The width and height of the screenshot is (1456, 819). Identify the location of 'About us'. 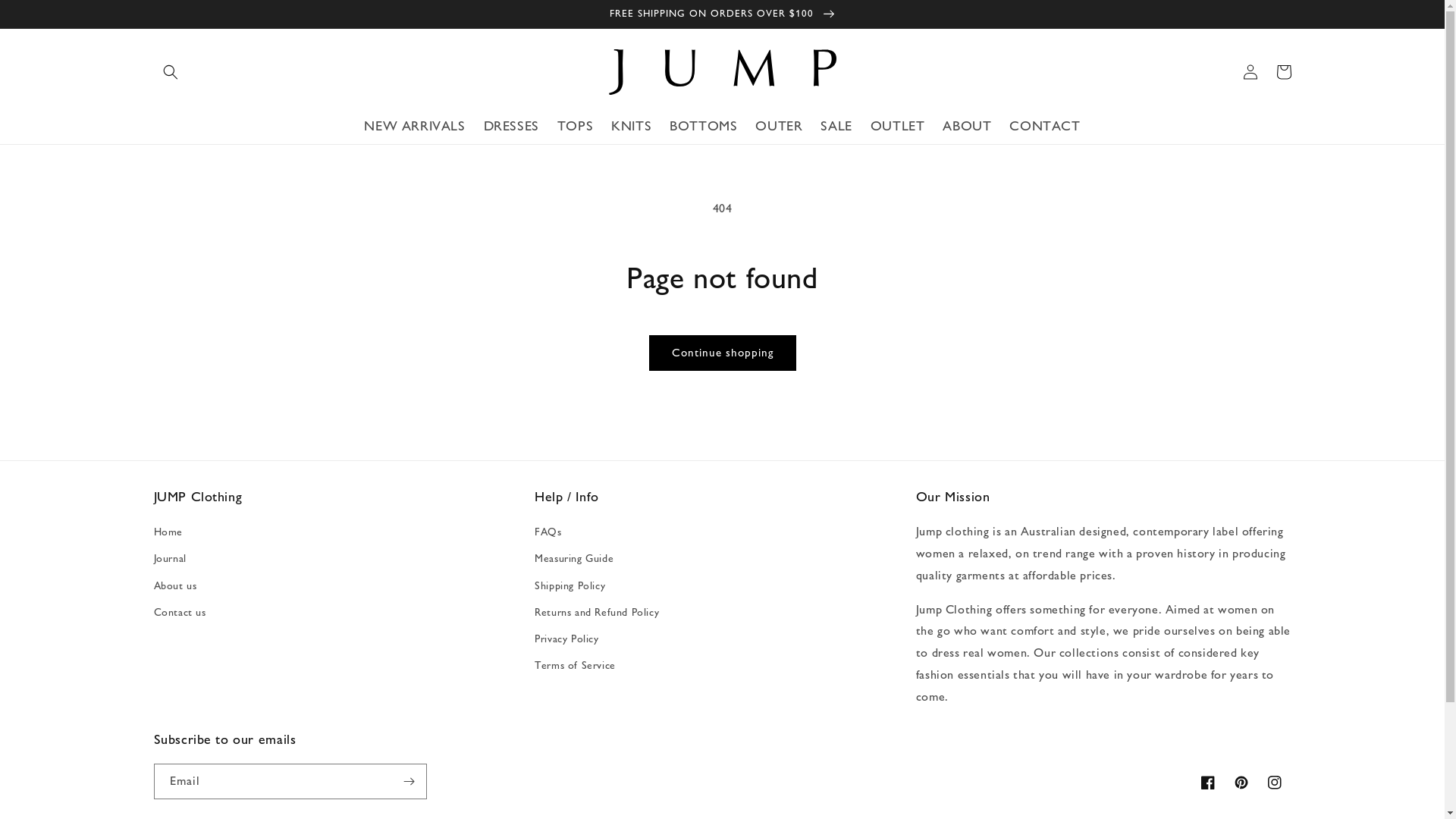
(174, 585).